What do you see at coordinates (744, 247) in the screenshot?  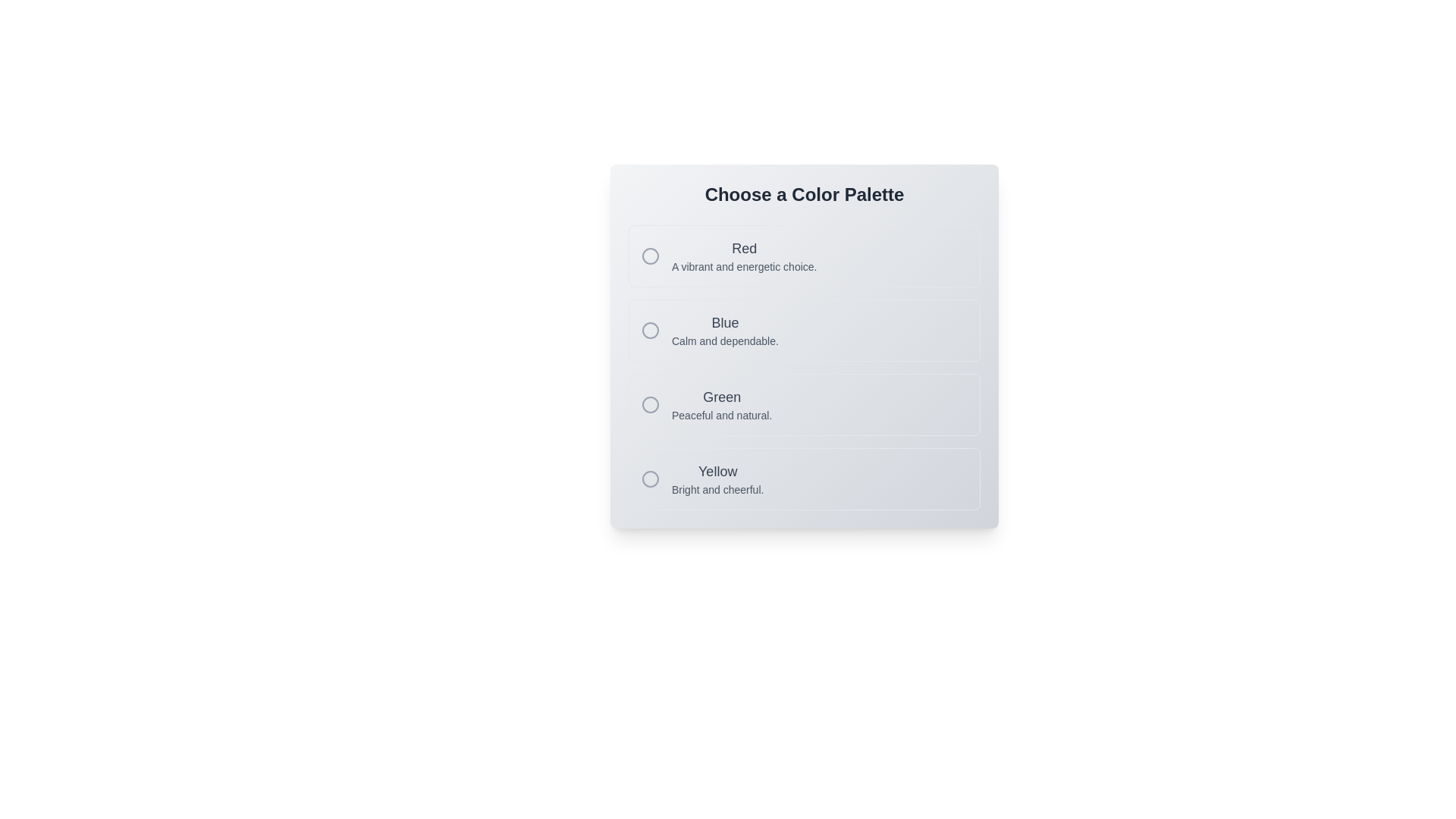 I see `the bold title text labeled 'Red', which is styled with a larger font size and dark gray color, located in the first option section of a vertical list of color options` at bounding box center [744, 247].